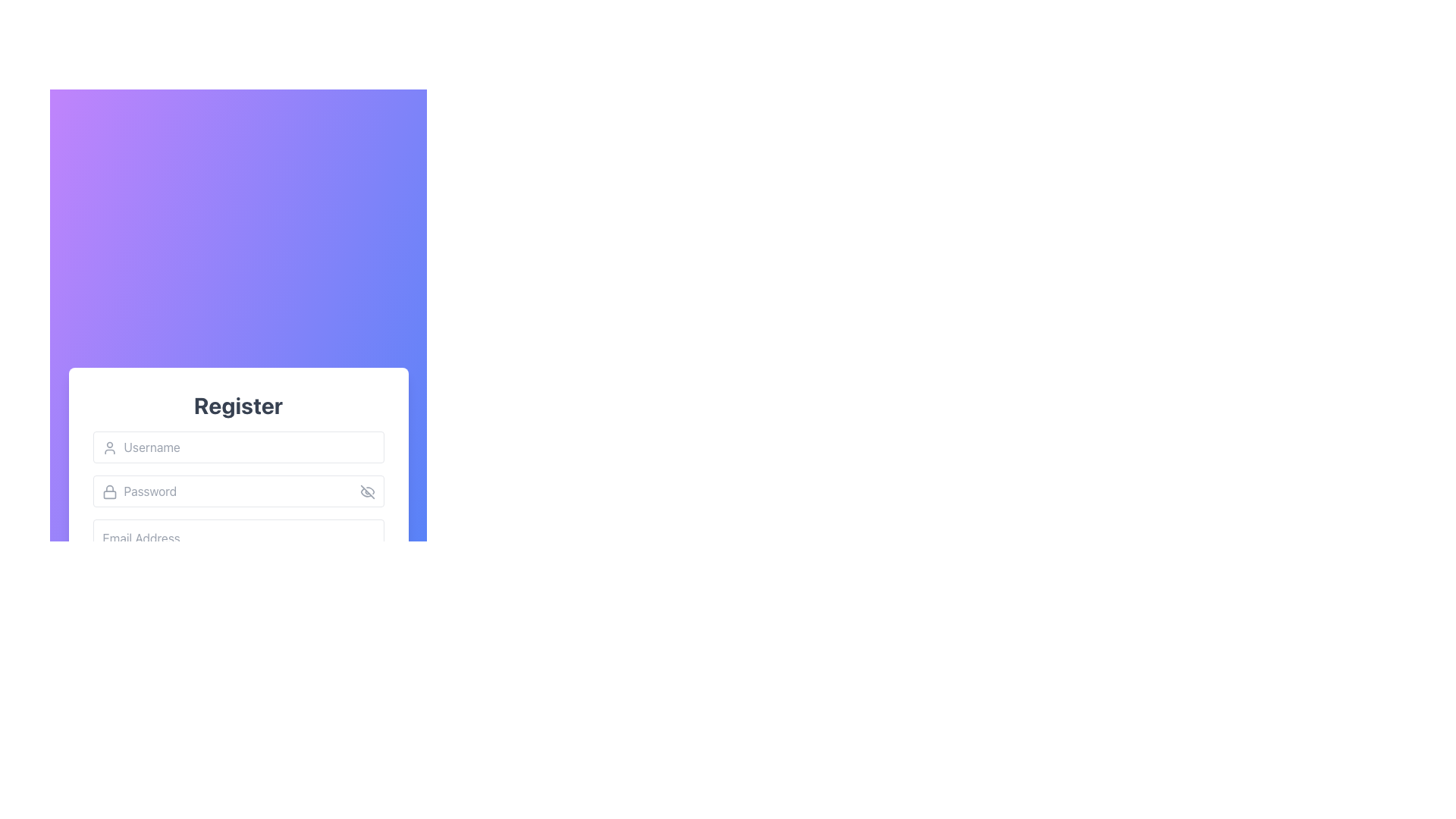 The height and width of the screenshot is (819, 1456). Describe the element at coordinates (108, 491) in the screenshot. I see `the lock icon inside the password input field of the registration form, which is represented by a gray outlined SVG and positioned to the left of the input box` at that location.